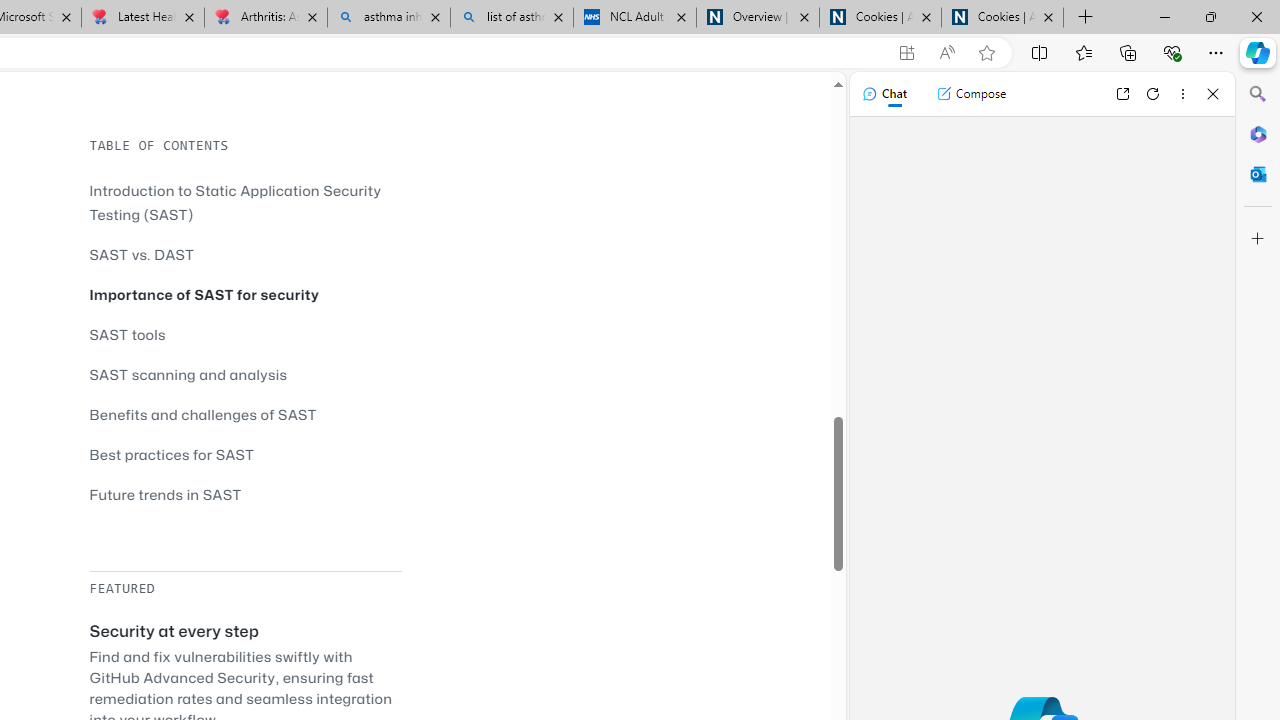  Describe the element at coordinates (172, 454) in the screenshot. I see `'Best practices for SAST'` at that location.